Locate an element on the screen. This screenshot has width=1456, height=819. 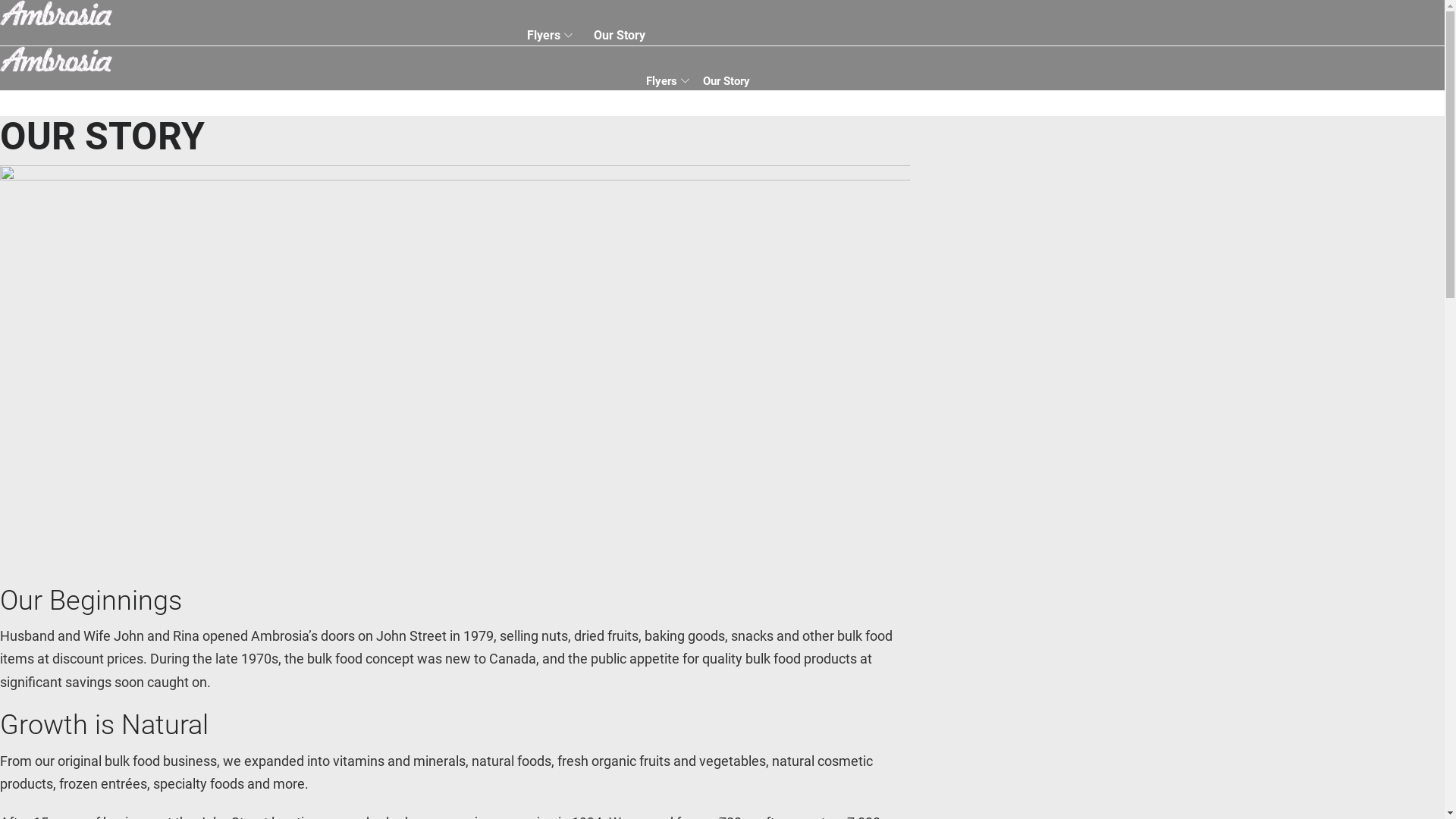
'Our Story' is located at coordinates (619, 34).